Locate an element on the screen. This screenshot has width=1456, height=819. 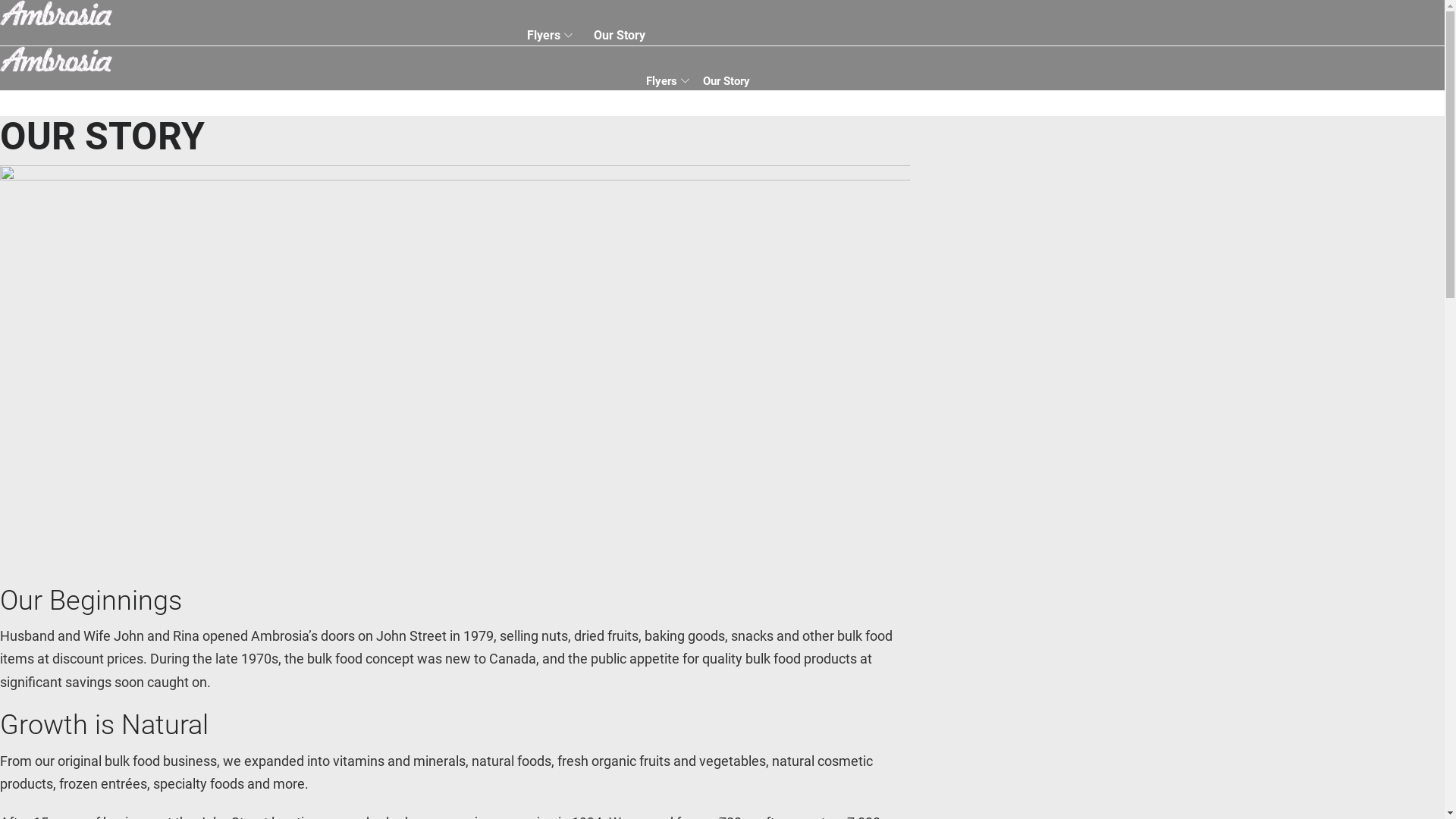
'Our Story' is located at coordinates (619, 34).